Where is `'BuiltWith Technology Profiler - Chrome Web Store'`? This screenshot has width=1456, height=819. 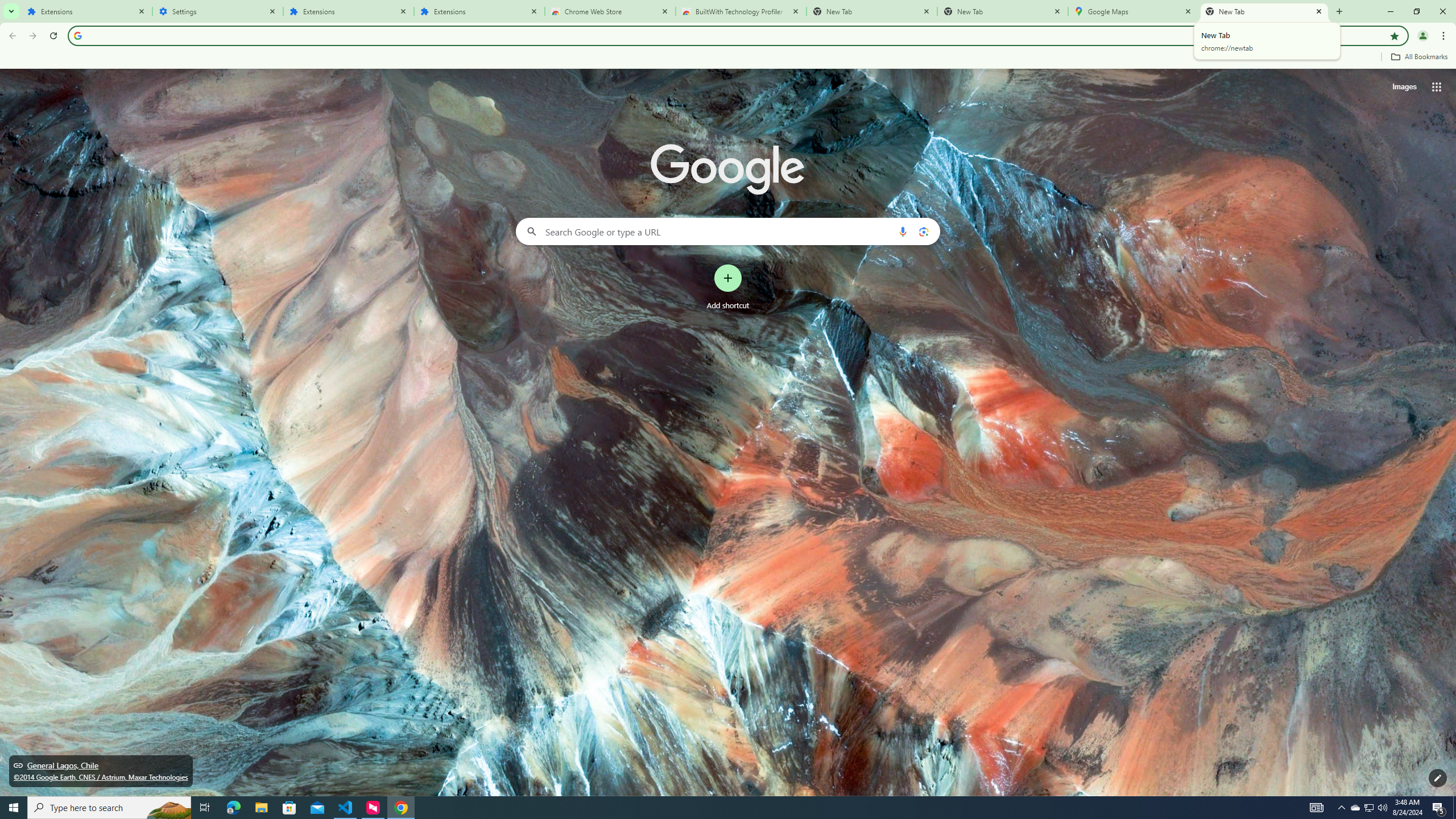
'BuiltWith Technology Profiler - Chrome Web Store' is located at coordinates (741, 11).